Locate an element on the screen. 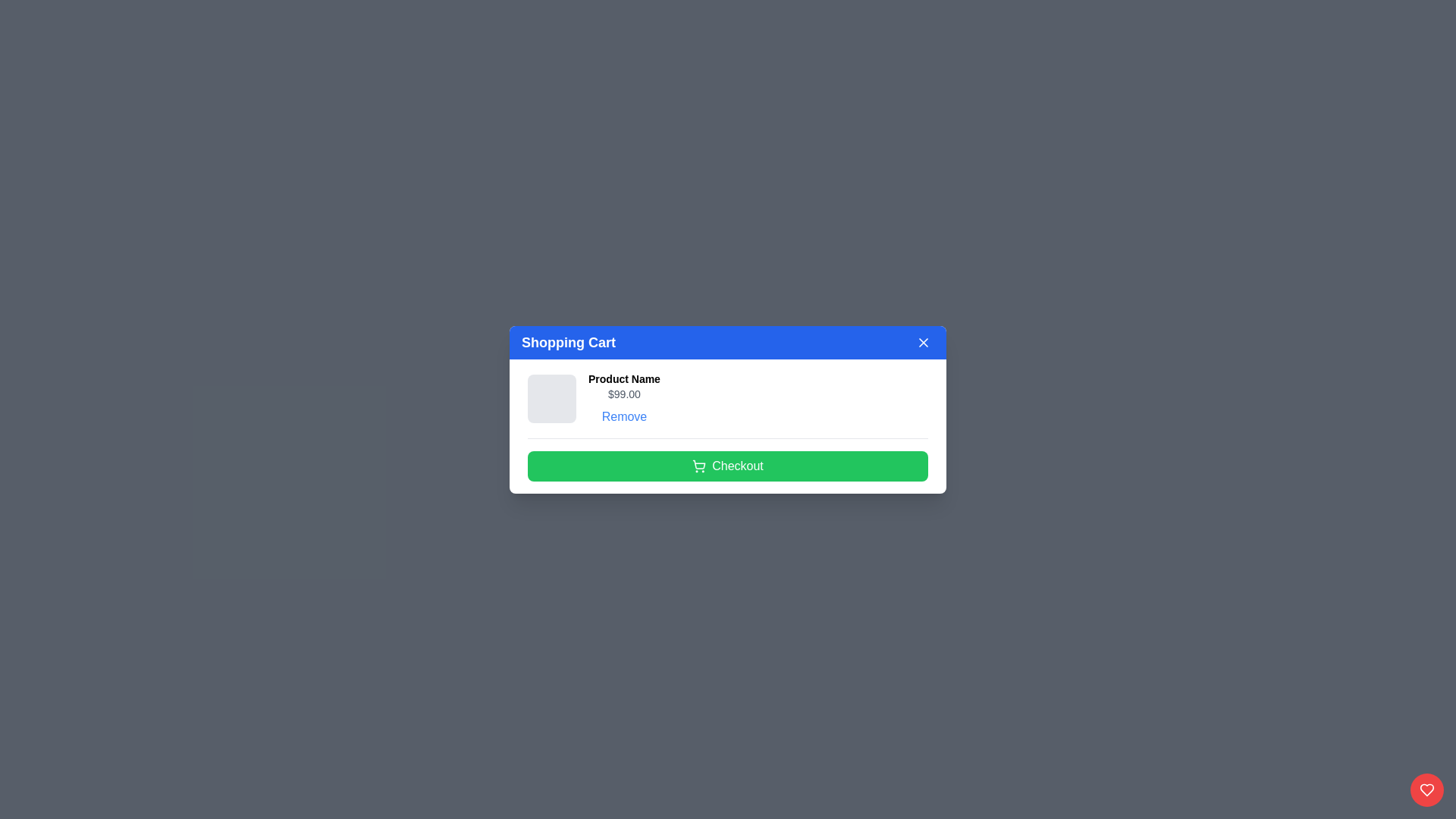 This screenshot has height=819, width=1456. the 'close' icon located in the top-right corner of the modal header is located at coordinates (923, 342).